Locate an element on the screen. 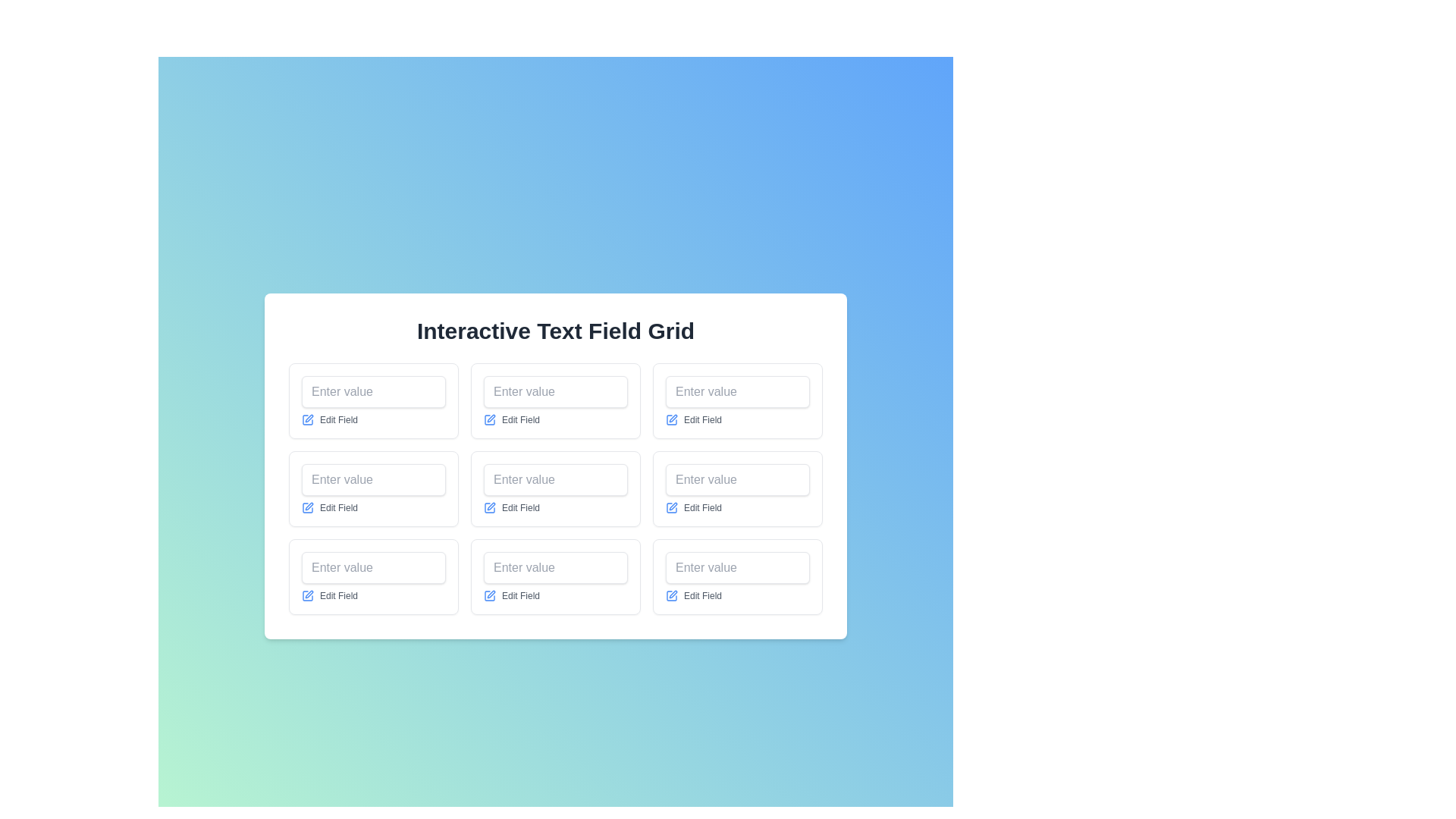  the blue outline square icon with rounded corners located in the top-left panel of the grid layout, directly below the 'Enter value' input field and near the 'Edit Field' text is located at coordinates (307, 420).